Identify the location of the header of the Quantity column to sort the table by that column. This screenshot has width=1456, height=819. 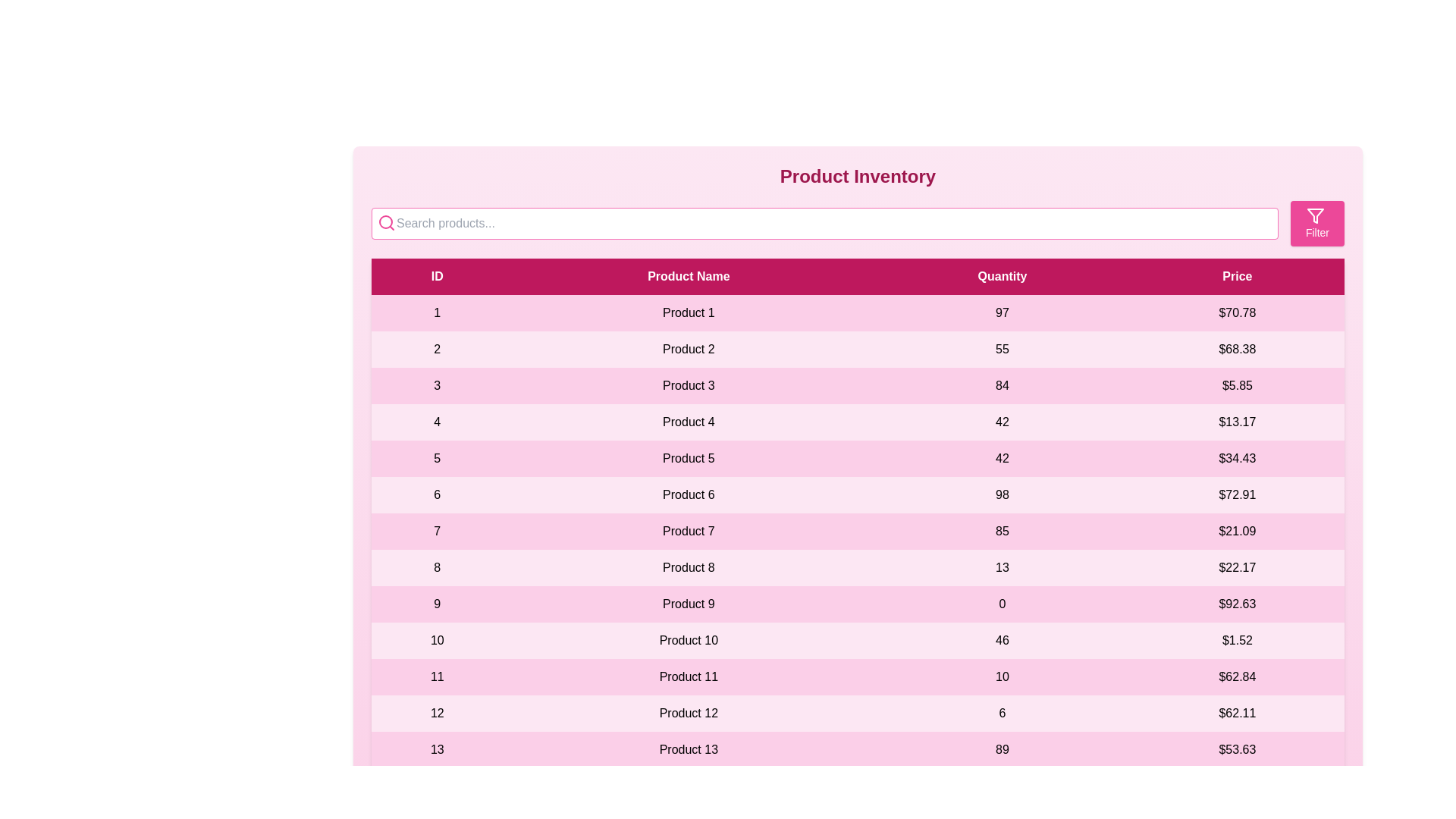
(1002, 277).